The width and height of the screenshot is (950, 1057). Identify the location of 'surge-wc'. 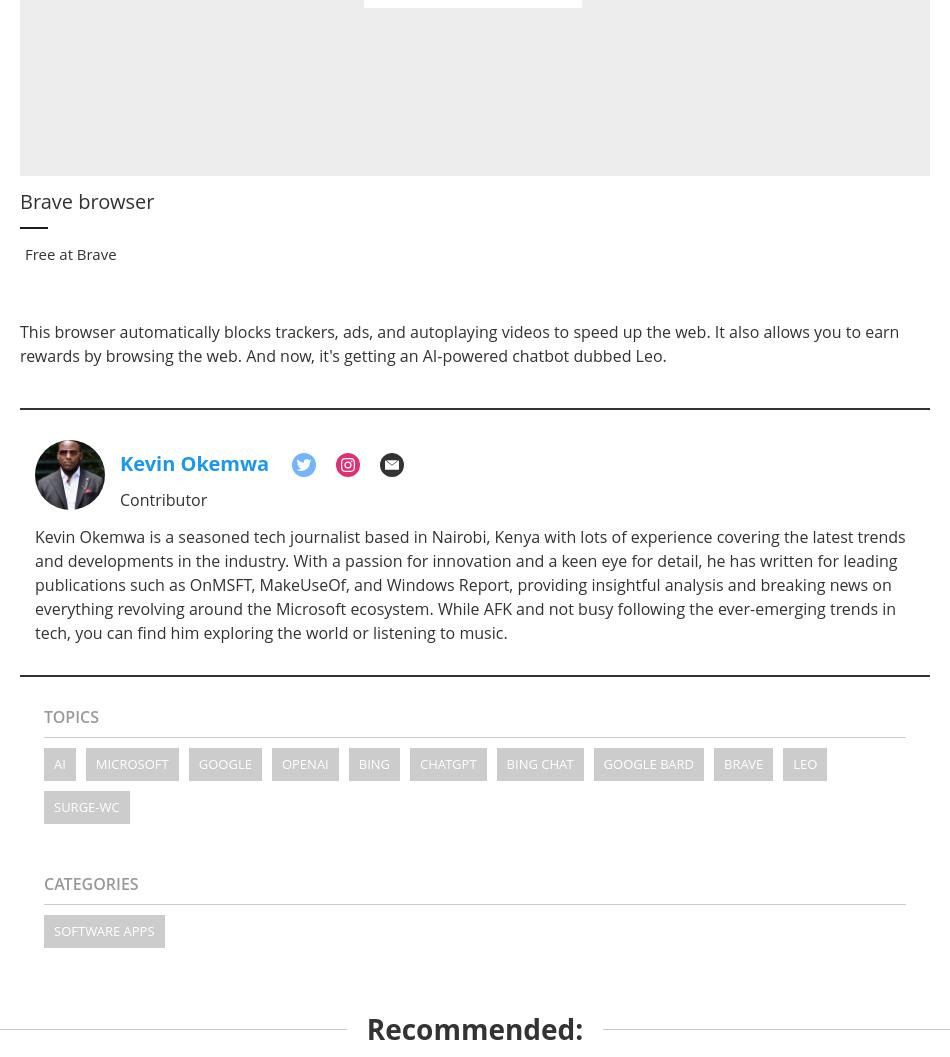
(86, 807).